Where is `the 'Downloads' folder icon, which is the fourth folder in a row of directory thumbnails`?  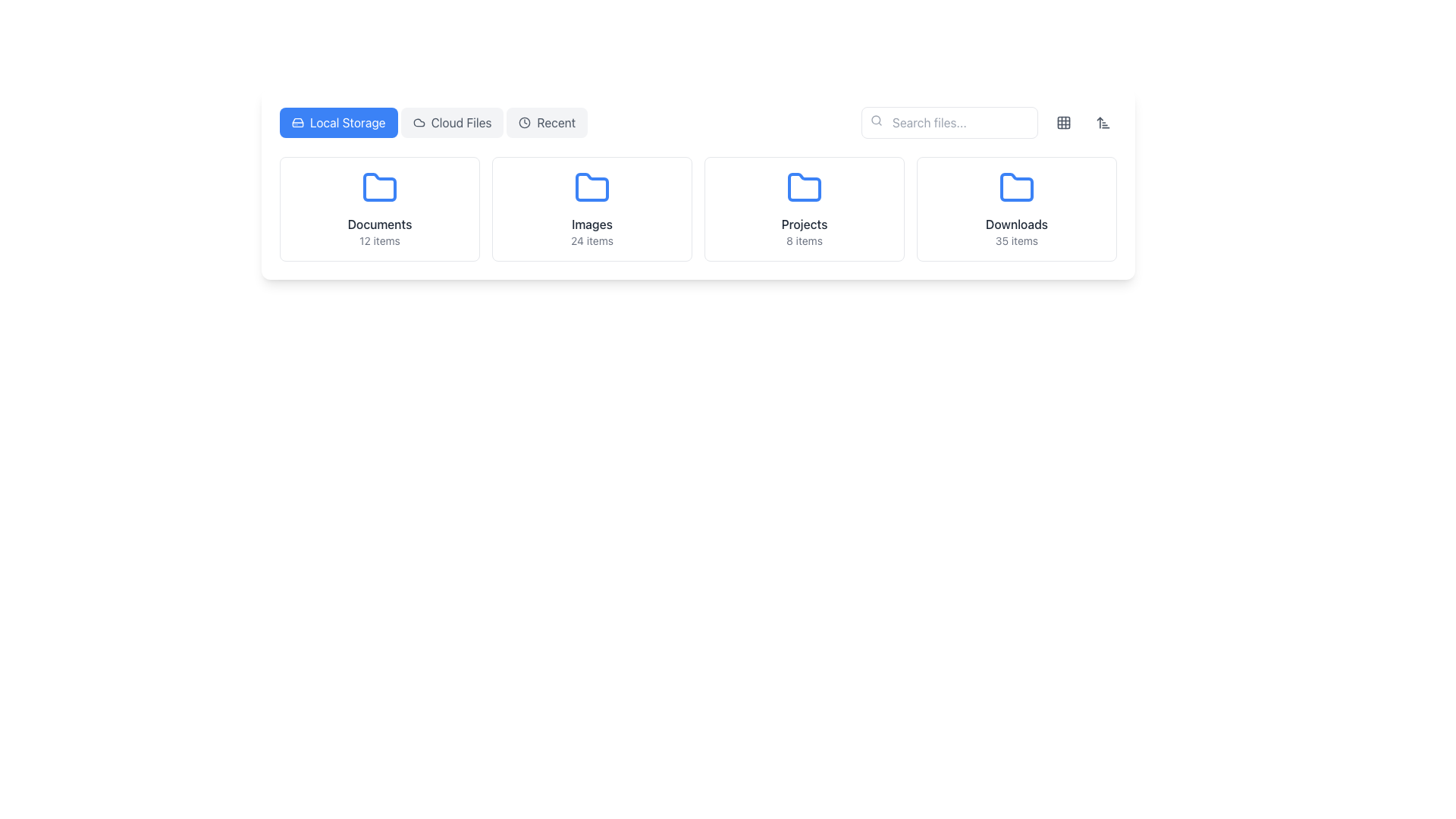 the 'Downloads' folder icon, which is the fourth folder in a row of directory thumbnails is located at coordinates (1016, 186).